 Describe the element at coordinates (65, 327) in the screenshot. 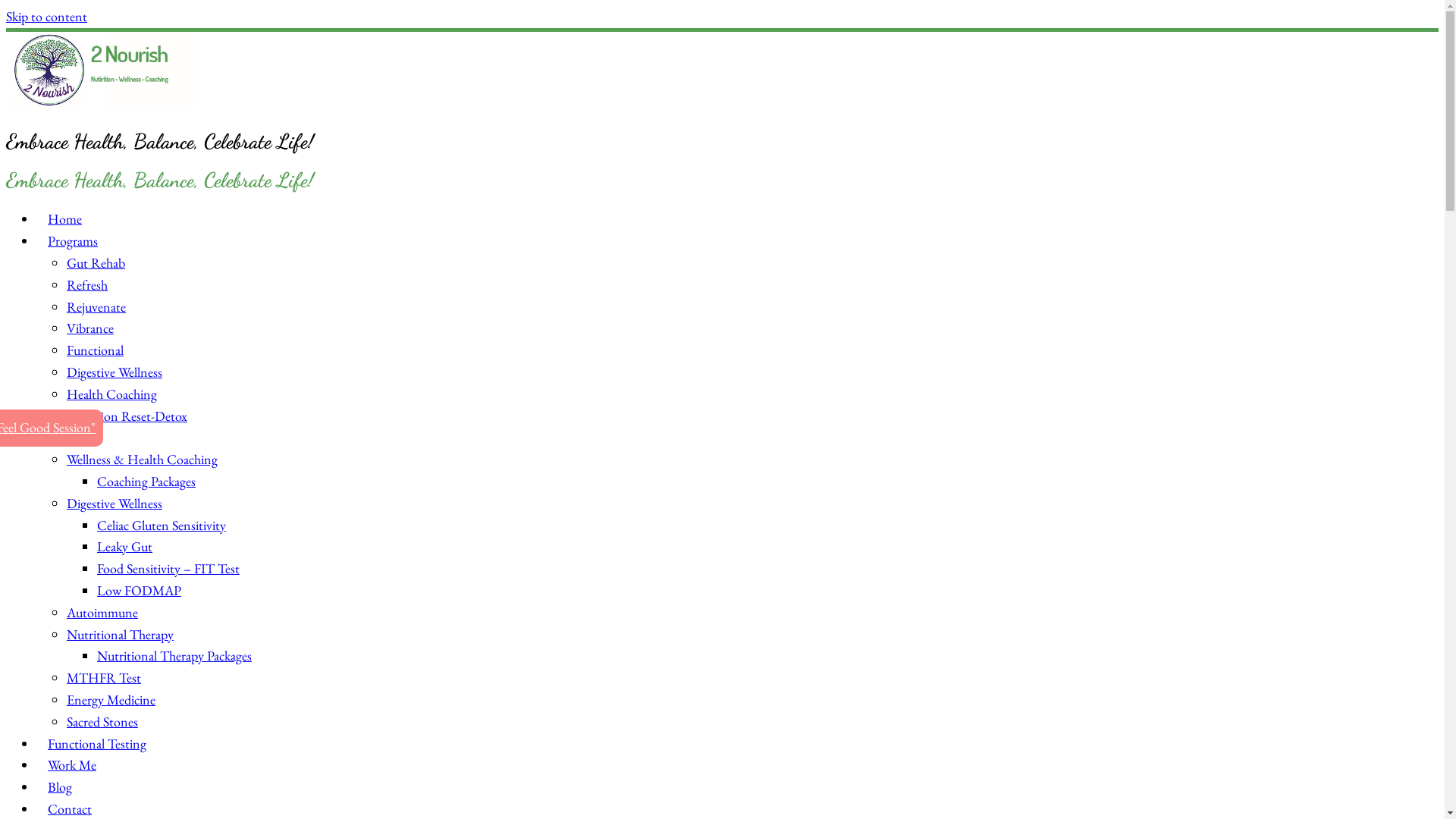

I see `'Vibrance'` at that location.